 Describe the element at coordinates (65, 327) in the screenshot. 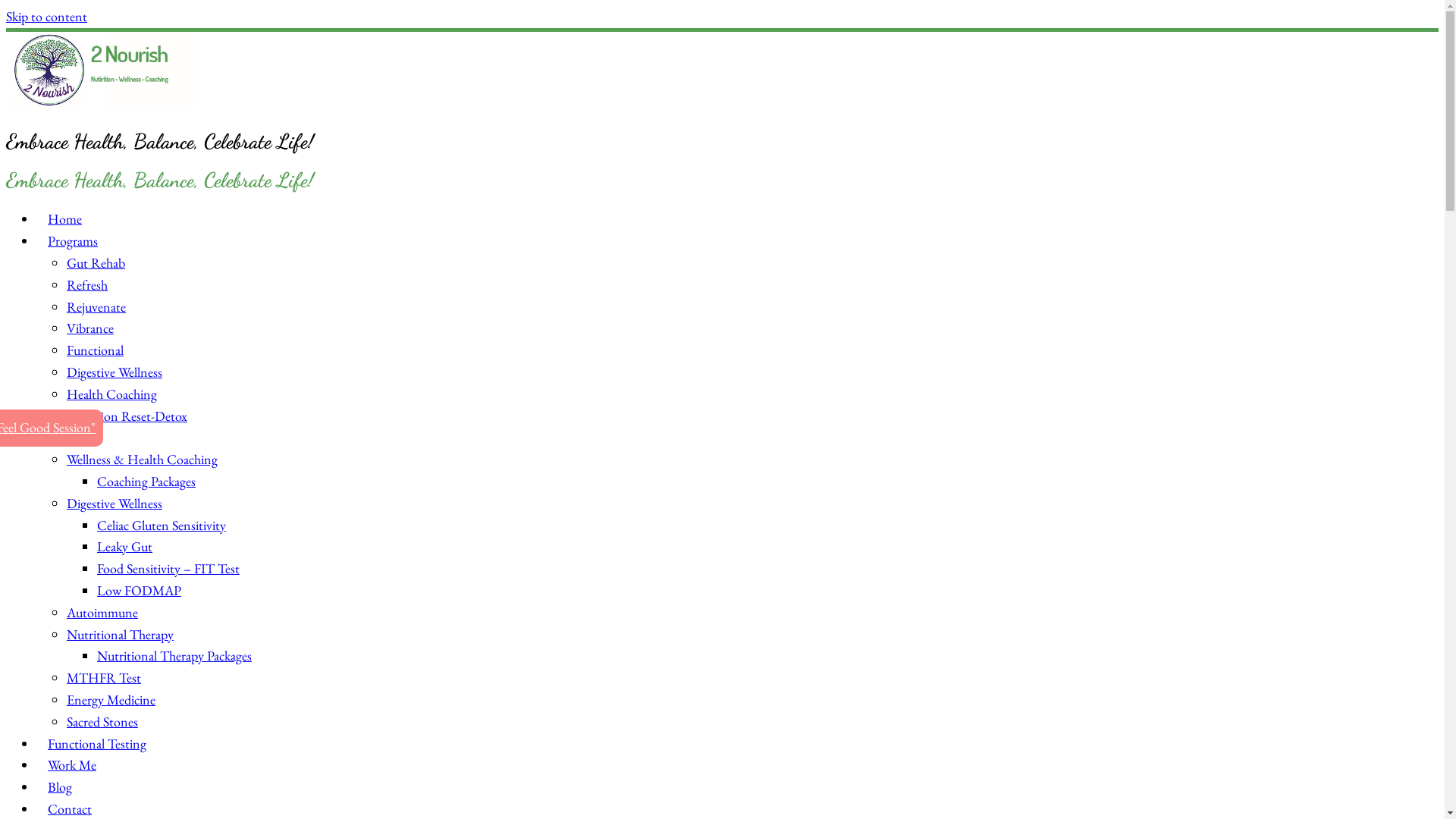

I see `'Vibrance'` at that location.